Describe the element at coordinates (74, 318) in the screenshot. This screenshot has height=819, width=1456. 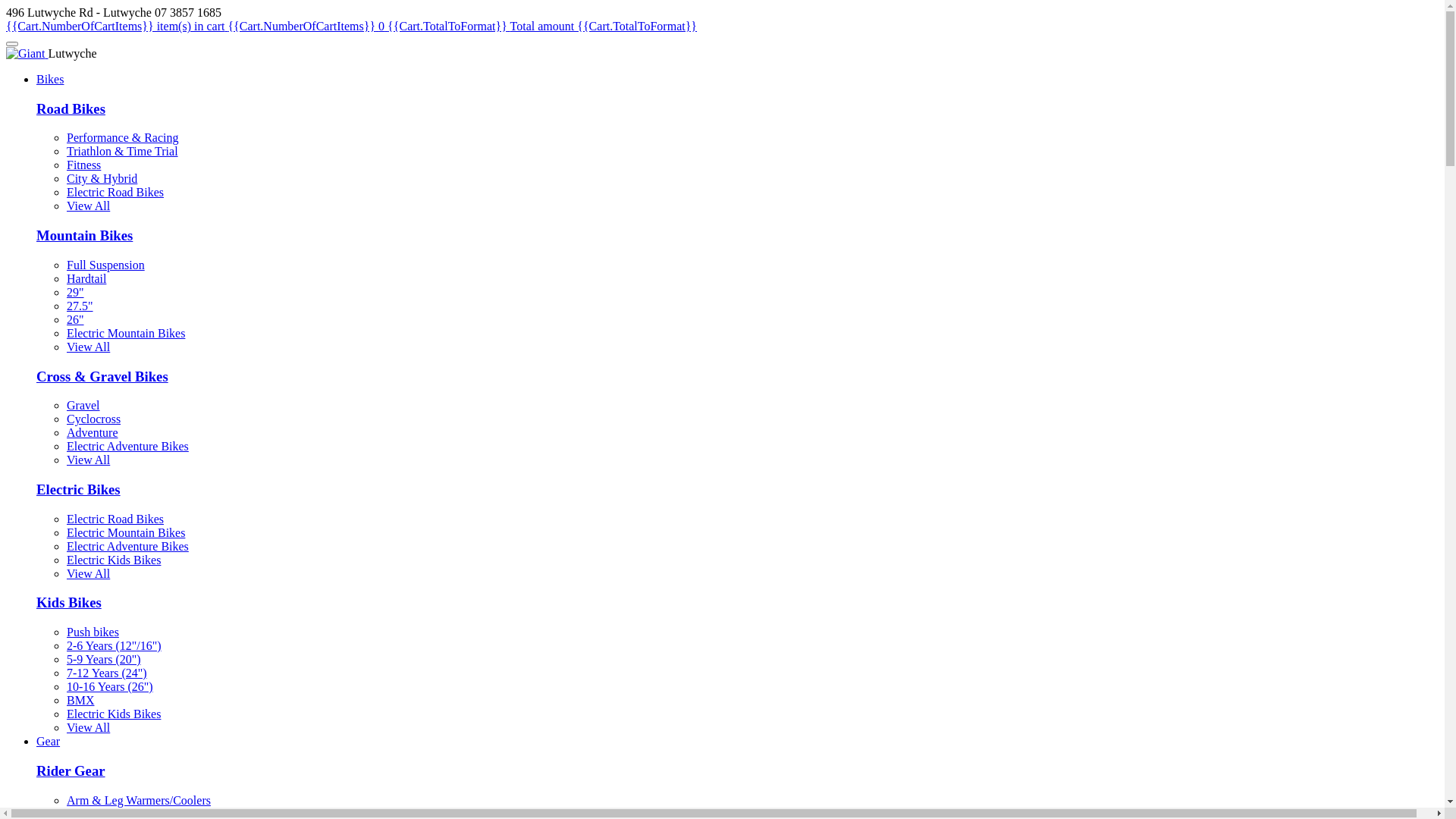
I see `'26"'` at that location.